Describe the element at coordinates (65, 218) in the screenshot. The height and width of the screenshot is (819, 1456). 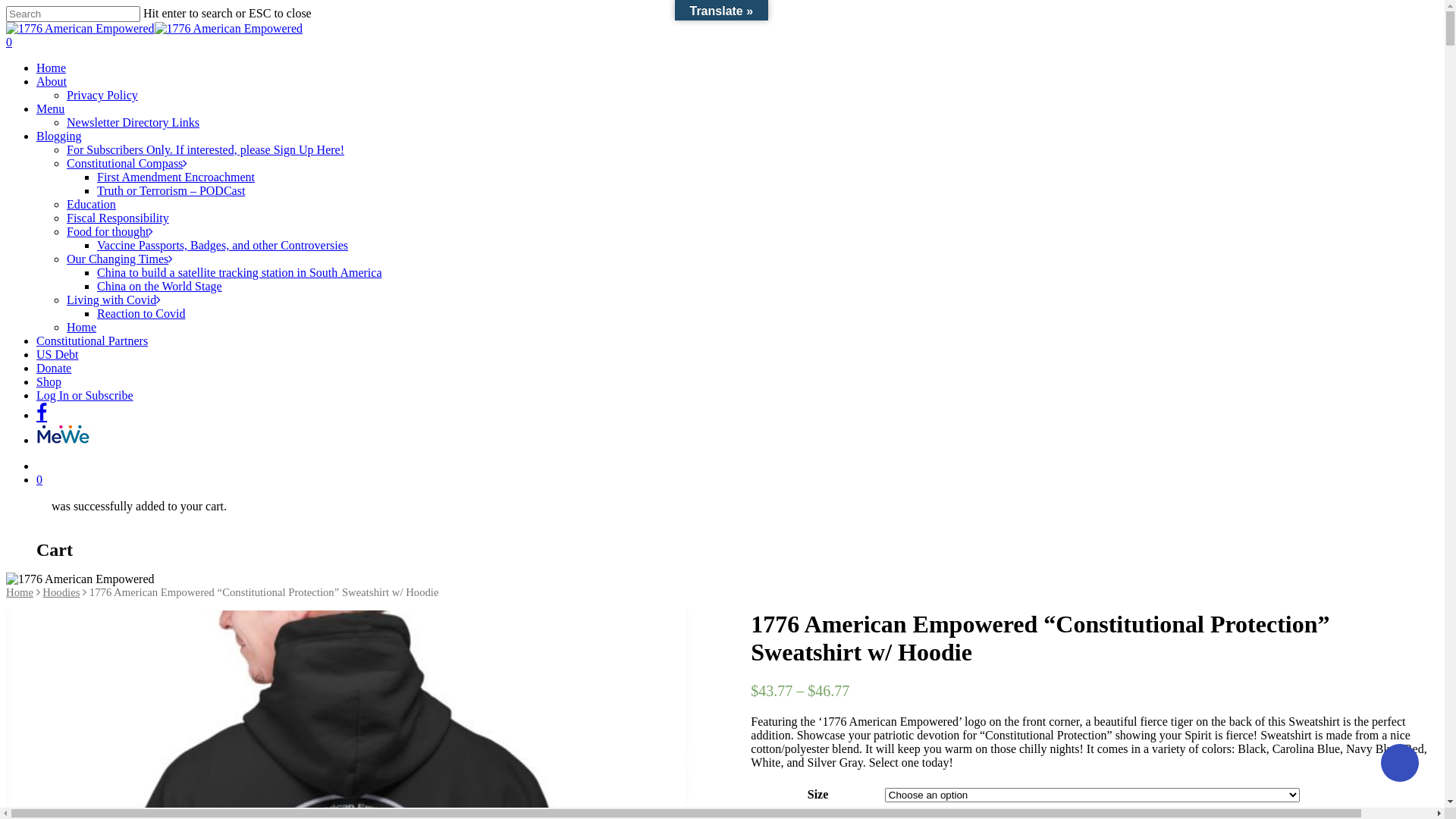
I see `'Fiscal Responsibility'` at that location.